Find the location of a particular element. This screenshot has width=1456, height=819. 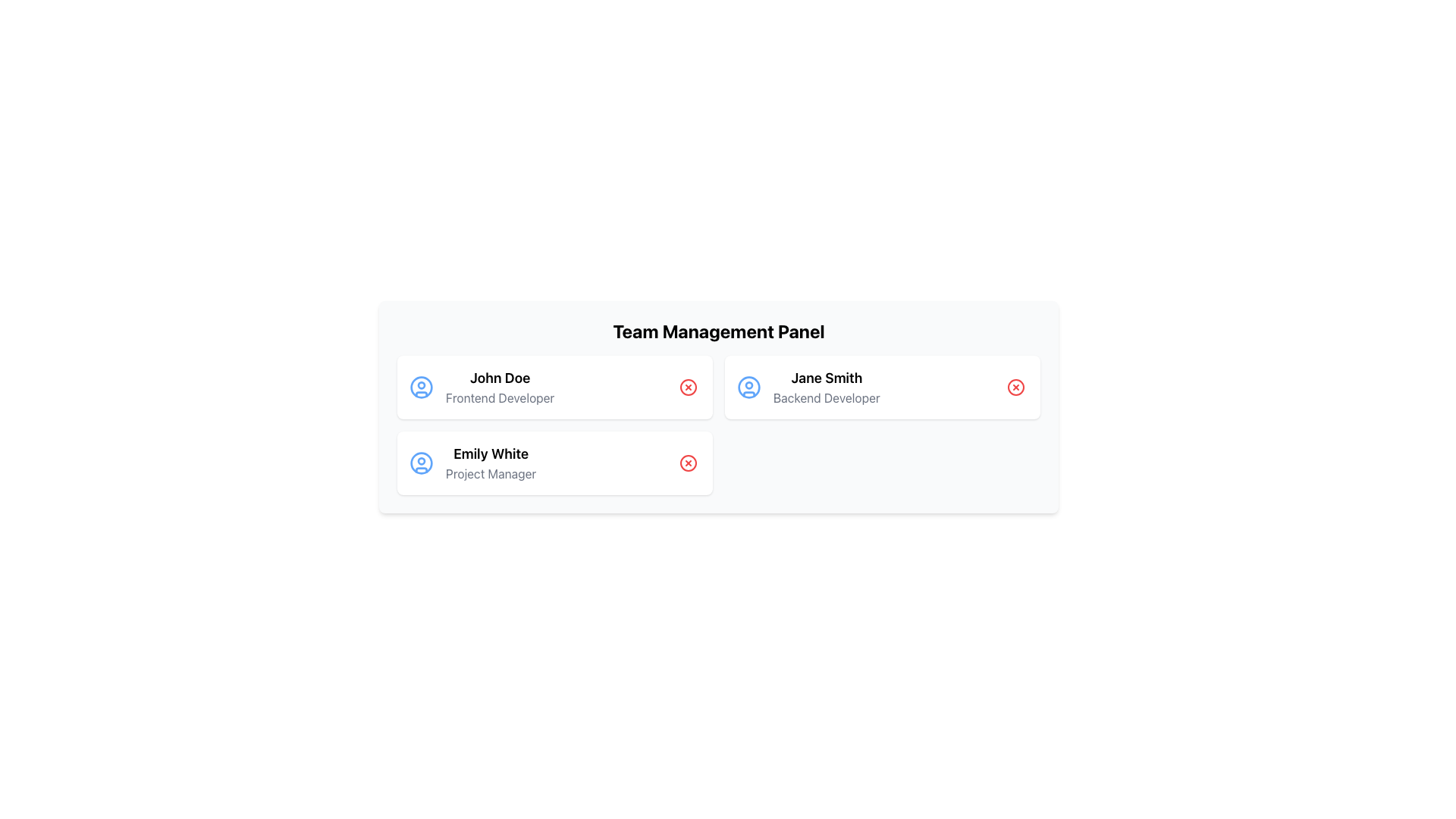

the static text display showing the name 'Jane Smith', which is positioned in the right-most column of a team management panel is located at coordinates (826, 377).